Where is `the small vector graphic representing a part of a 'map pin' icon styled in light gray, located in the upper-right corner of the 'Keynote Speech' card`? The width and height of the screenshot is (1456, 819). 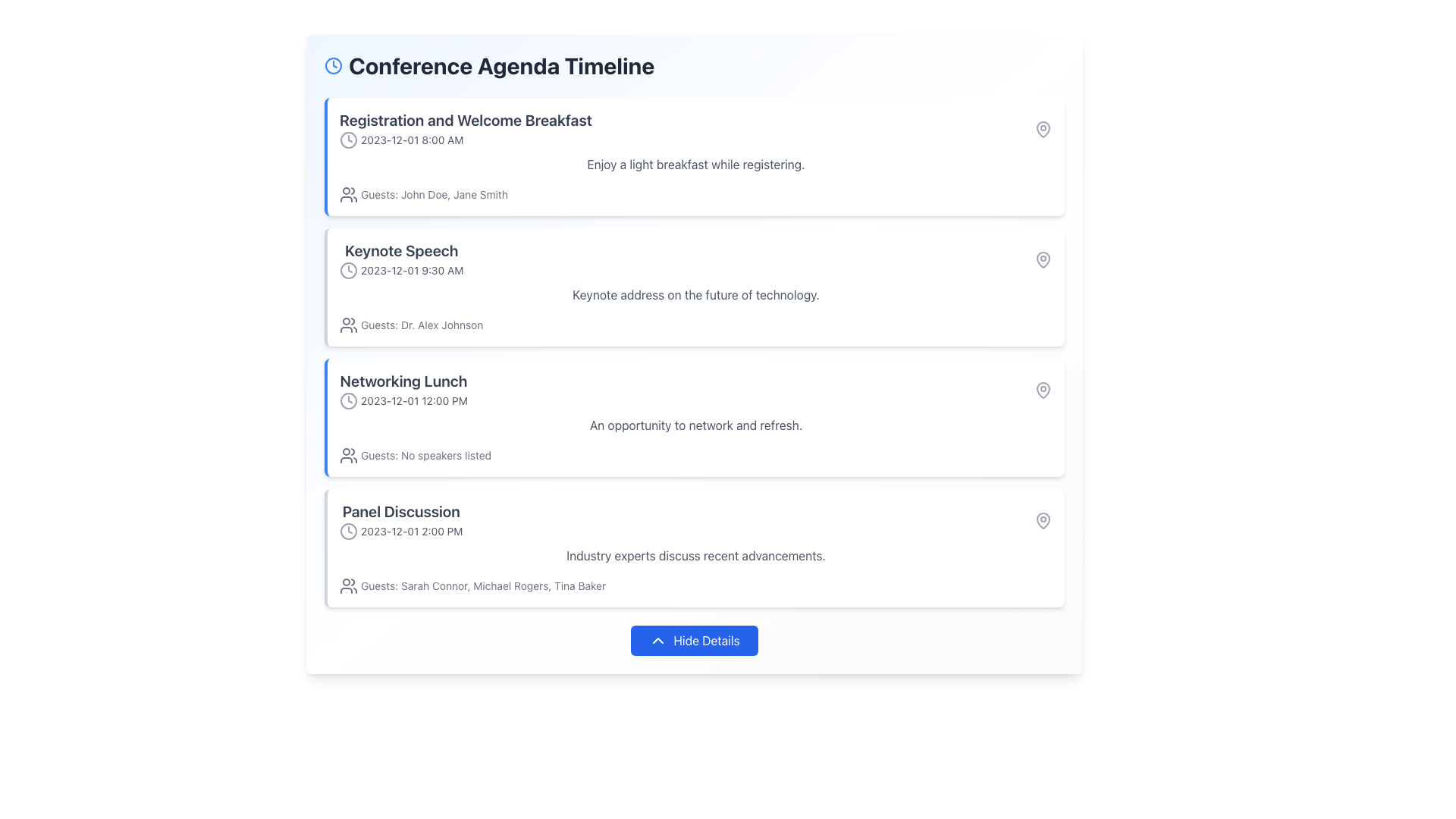 the small vector graphic representing a part of a 'map pin' icon styled in light gray, located in the upper-right corner of the 'Keynote Speech' card is located at coordinates (1043, 259).